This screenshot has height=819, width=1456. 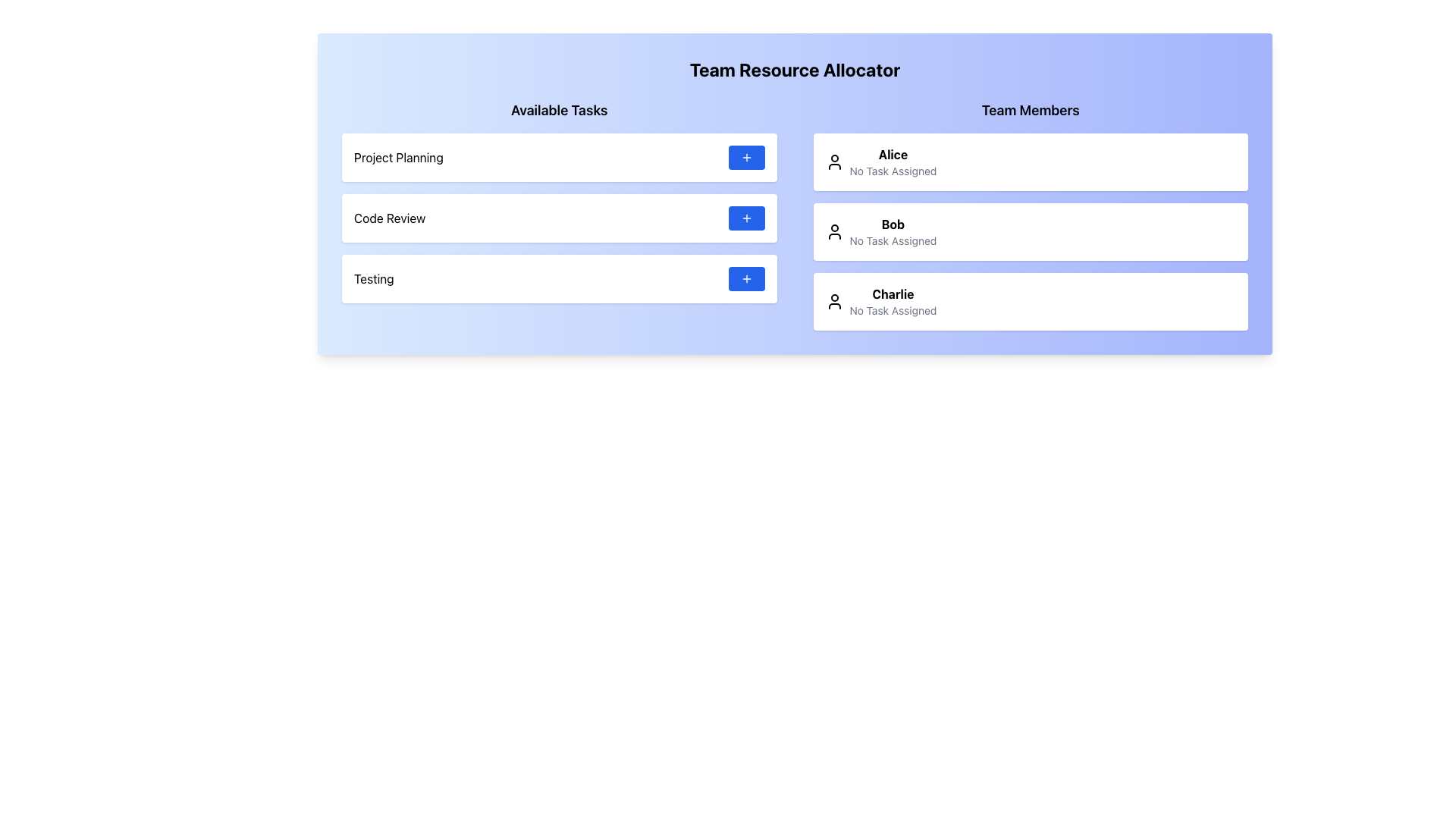 What do you see at coordinates (893, 301) in the screenshot?
I see `label displaying the user's name 'Charlie' and their task status 'No Task Assigned', located in the third row of the Team Members section on the right side of the interface` at bounding box center [893, 301].